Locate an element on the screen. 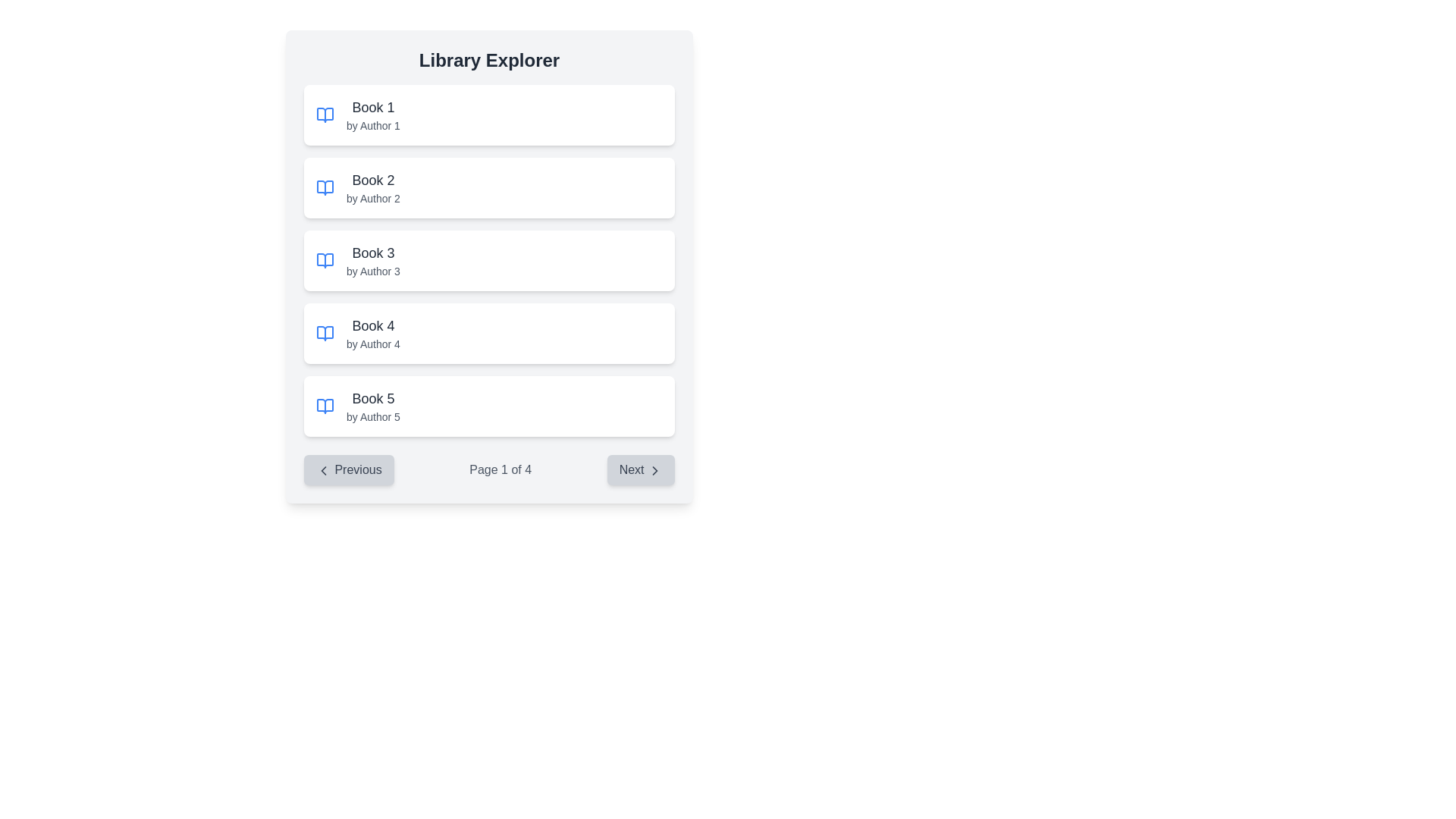  the right-facing chevron icon located inside the 'Next' button at the bottom-right section of the interface is located at coordinates (655, 469).